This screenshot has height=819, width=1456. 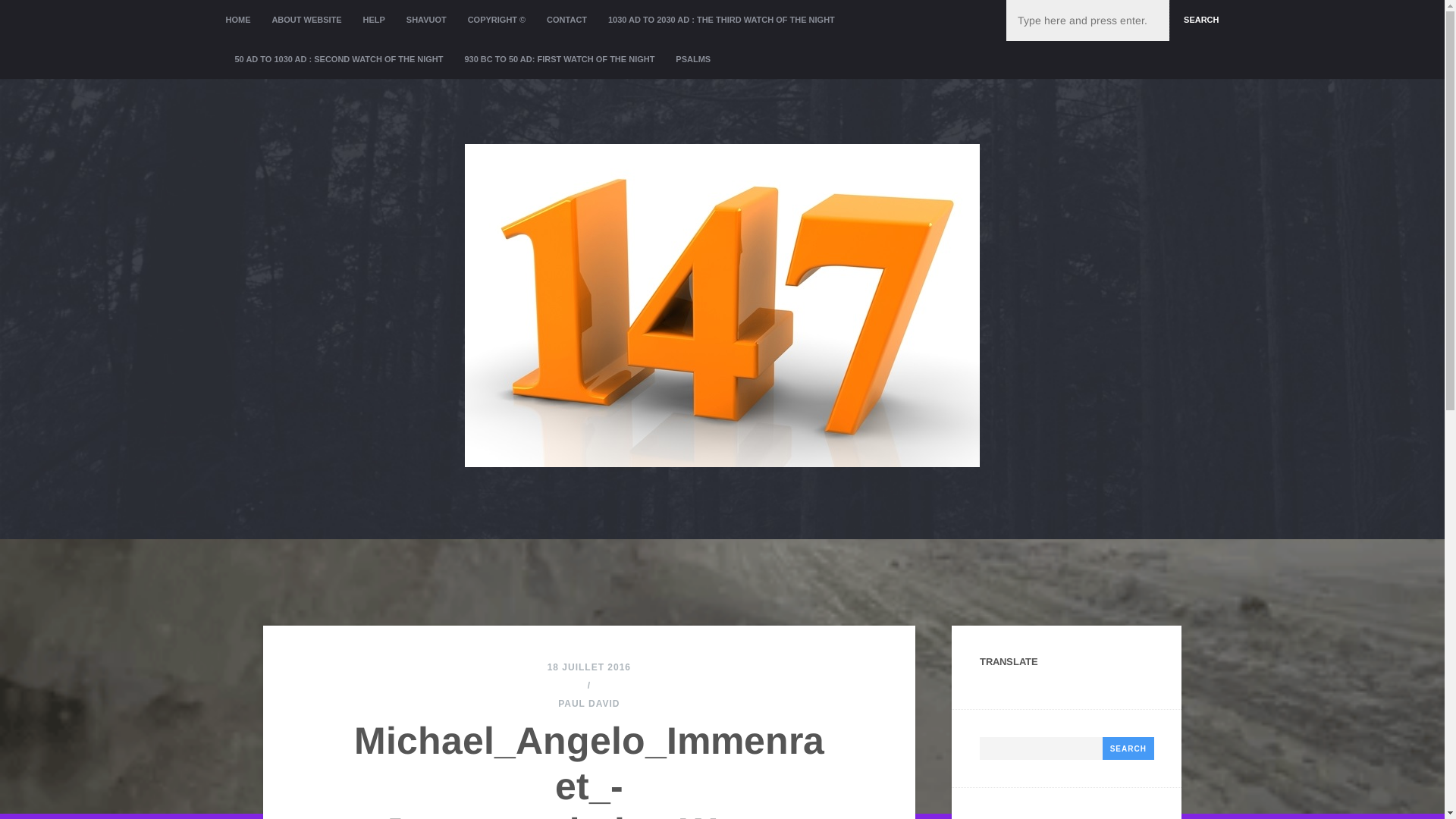 What do you see at coordinates (425, 20) in the screenshot?
I see `'SHAVUOT'` at bounding box center [425, 20].